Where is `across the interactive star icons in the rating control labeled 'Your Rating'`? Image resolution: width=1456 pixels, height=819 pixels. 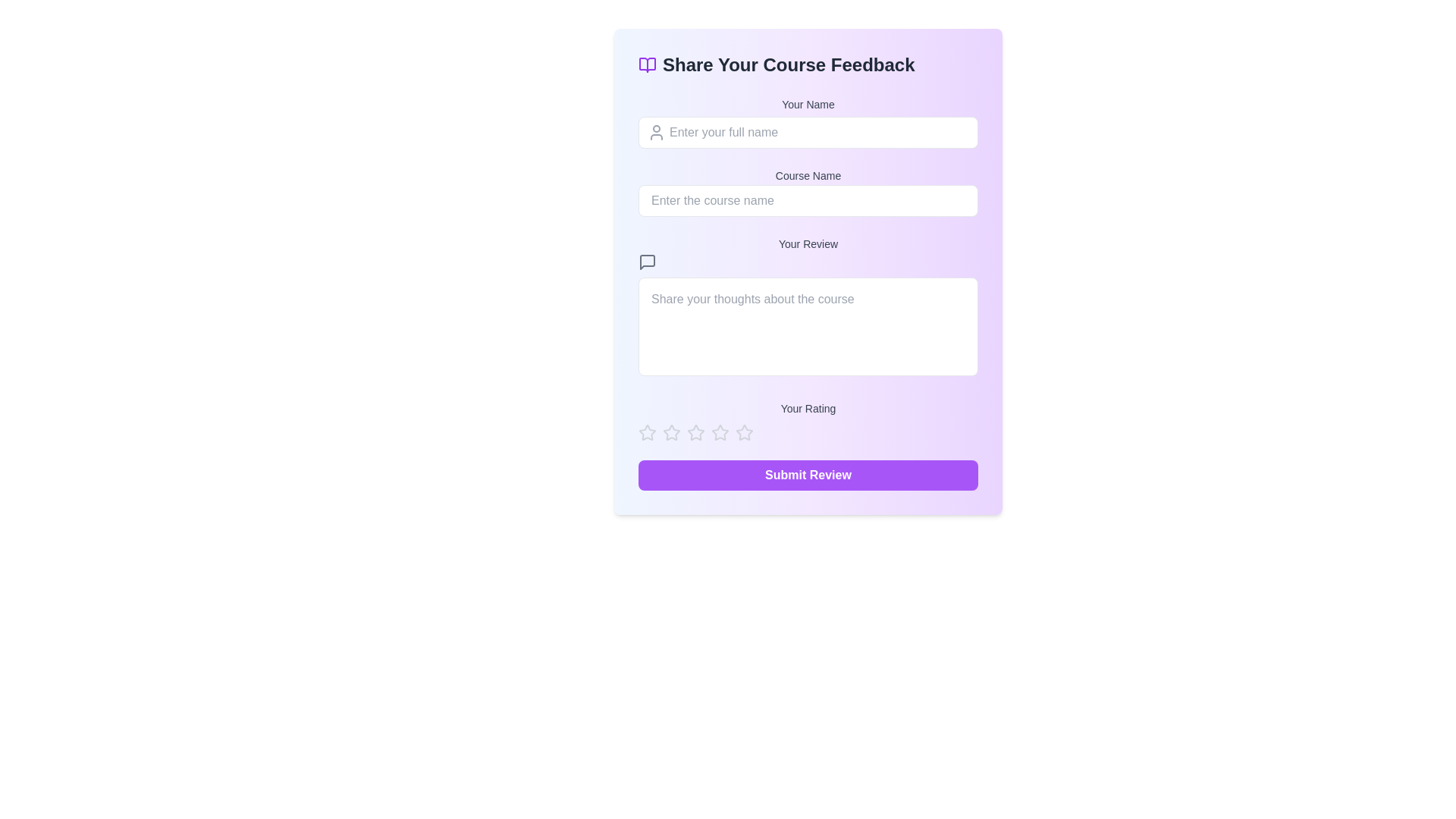
across the interactive star icons in the rating control labeled 'Your Rating' is located at coordinates (807, 421).